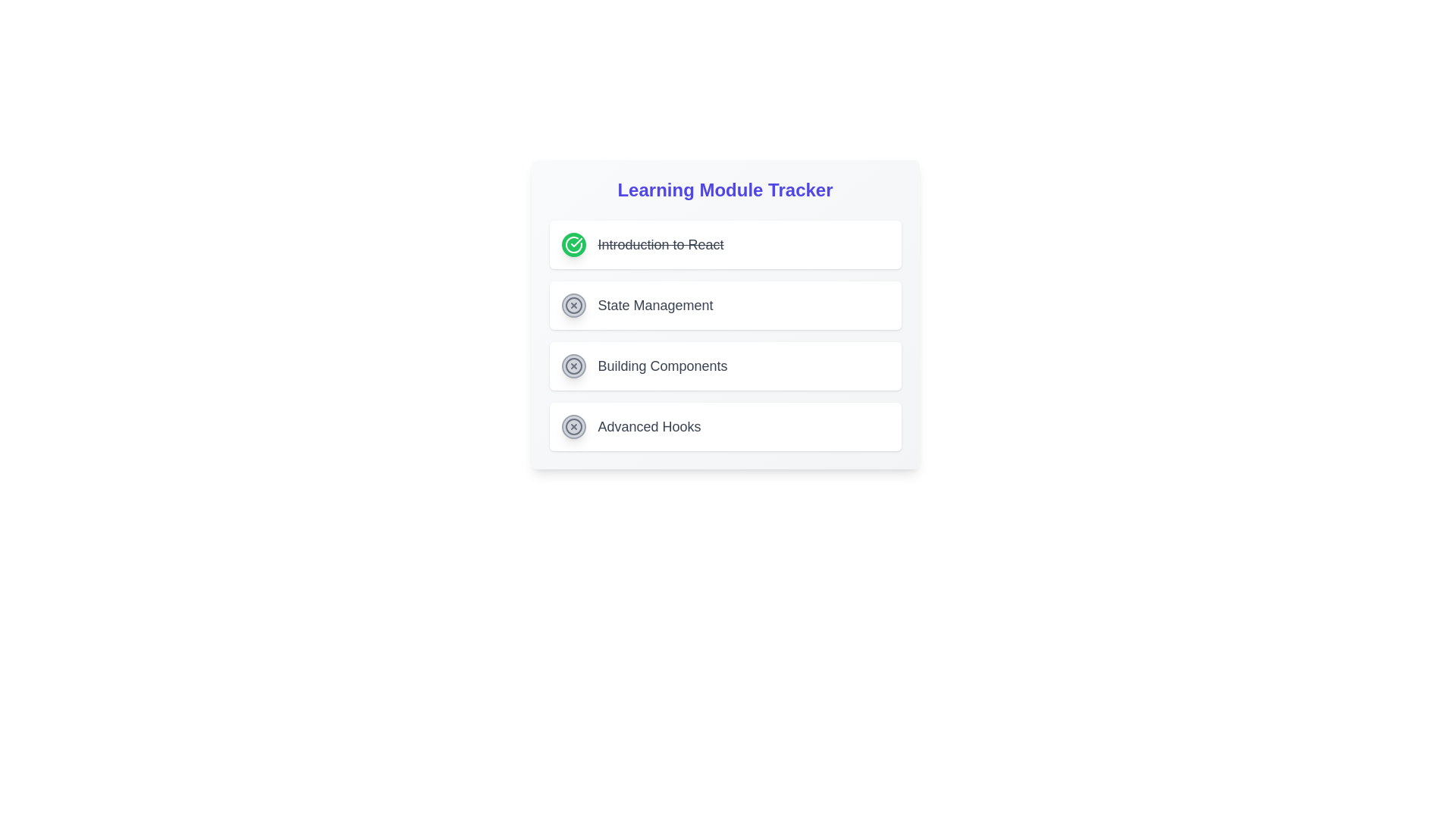  What do you see at coordinates (724, 427) in the screenshot?
I see `the List Item Card titled 'Advanced Hooks', which is the fourth item in the vertical list of learning modules` at bounding box center [724, 427].